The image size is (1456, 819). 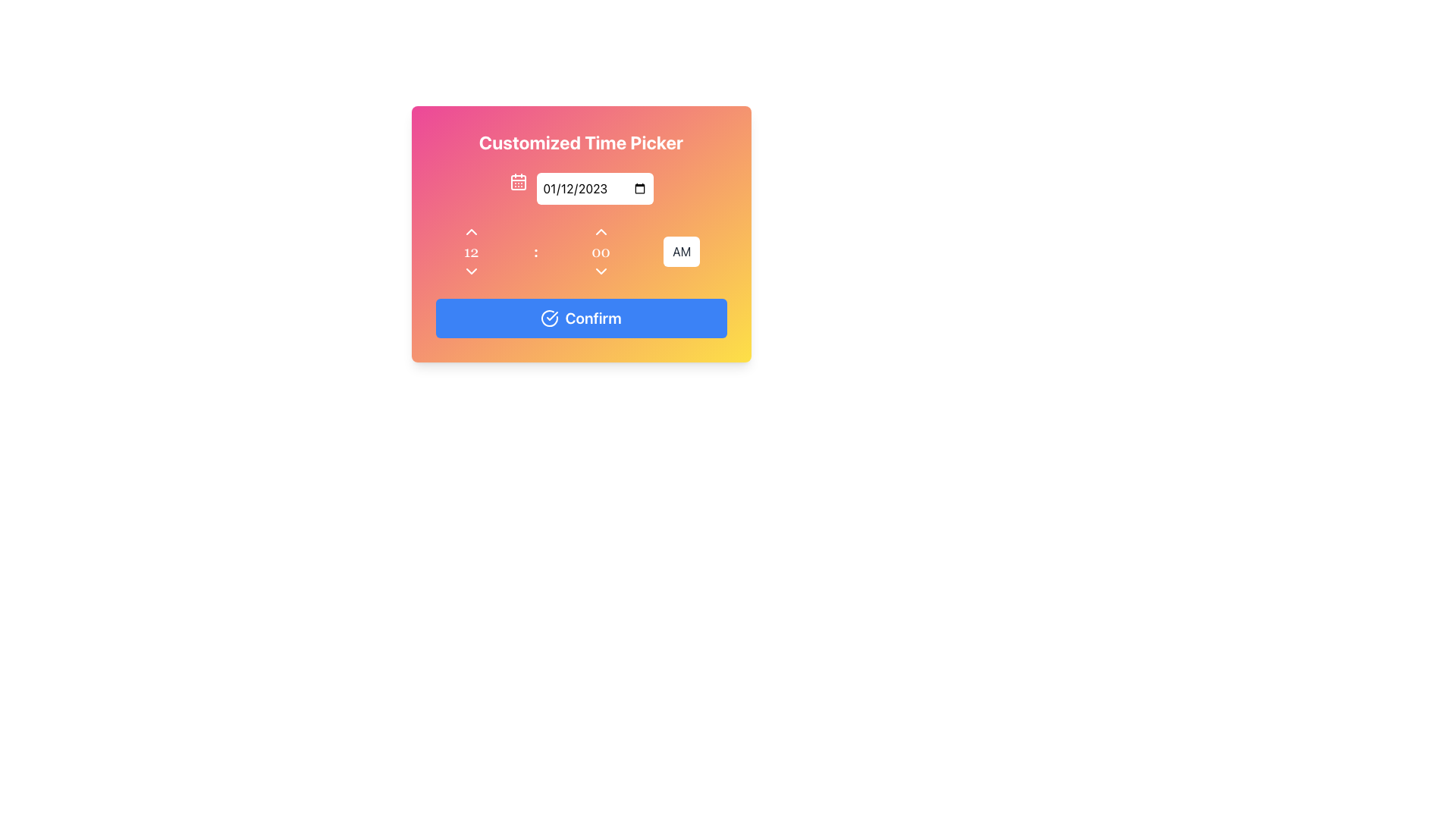 I want to click on the 'AM' toggle button with a white background and black text to switch between AM and PM, so click(x=681, y=250).